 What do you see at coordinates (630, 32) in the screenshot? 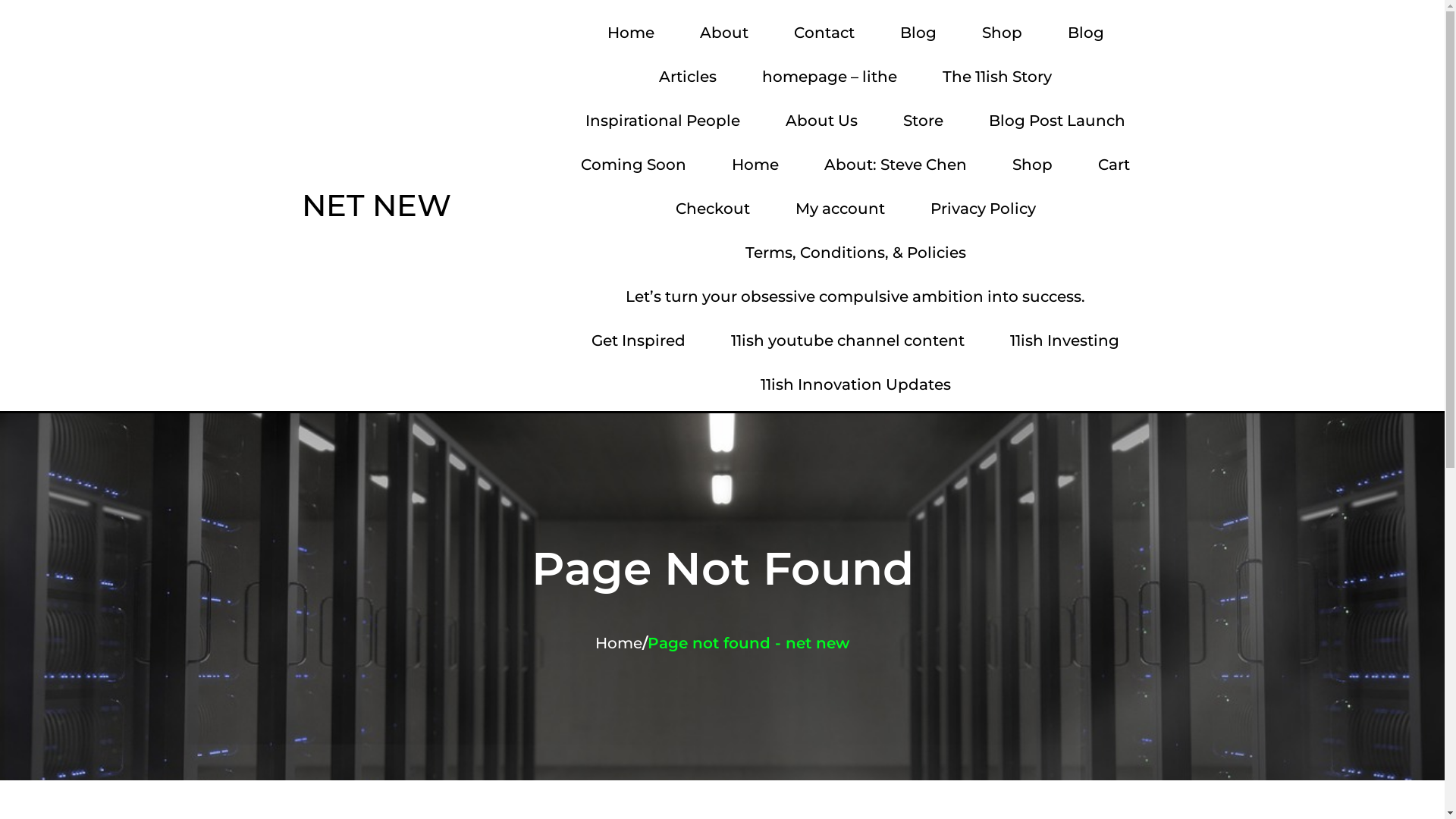
I see `'Home'` at bounding box center [630, 32].